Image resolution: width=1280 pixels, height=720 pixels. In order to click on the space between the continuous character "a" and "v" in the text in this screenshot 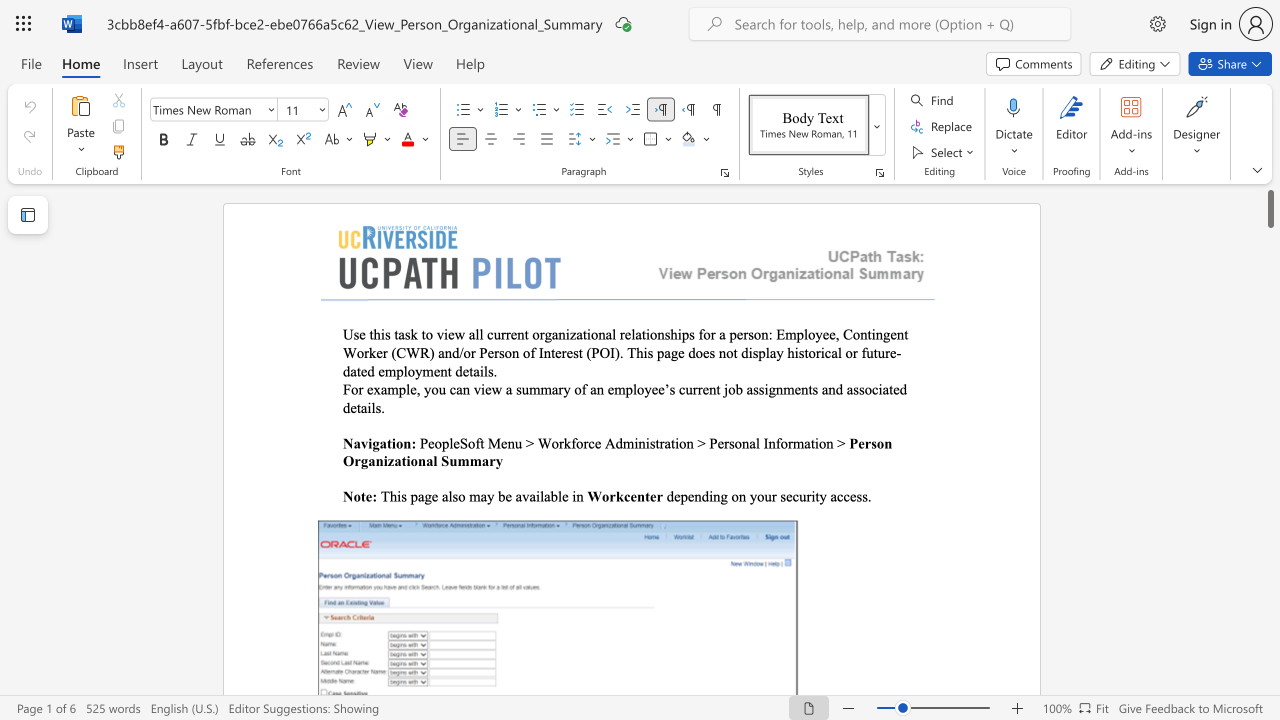, I will do `click(360, 442)`.